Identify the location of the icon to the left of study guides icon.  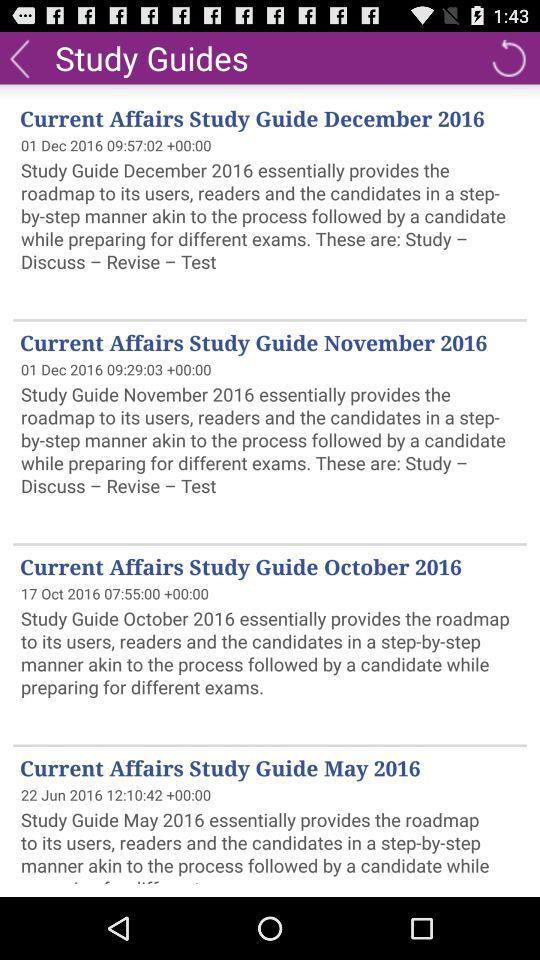
(18, 56).